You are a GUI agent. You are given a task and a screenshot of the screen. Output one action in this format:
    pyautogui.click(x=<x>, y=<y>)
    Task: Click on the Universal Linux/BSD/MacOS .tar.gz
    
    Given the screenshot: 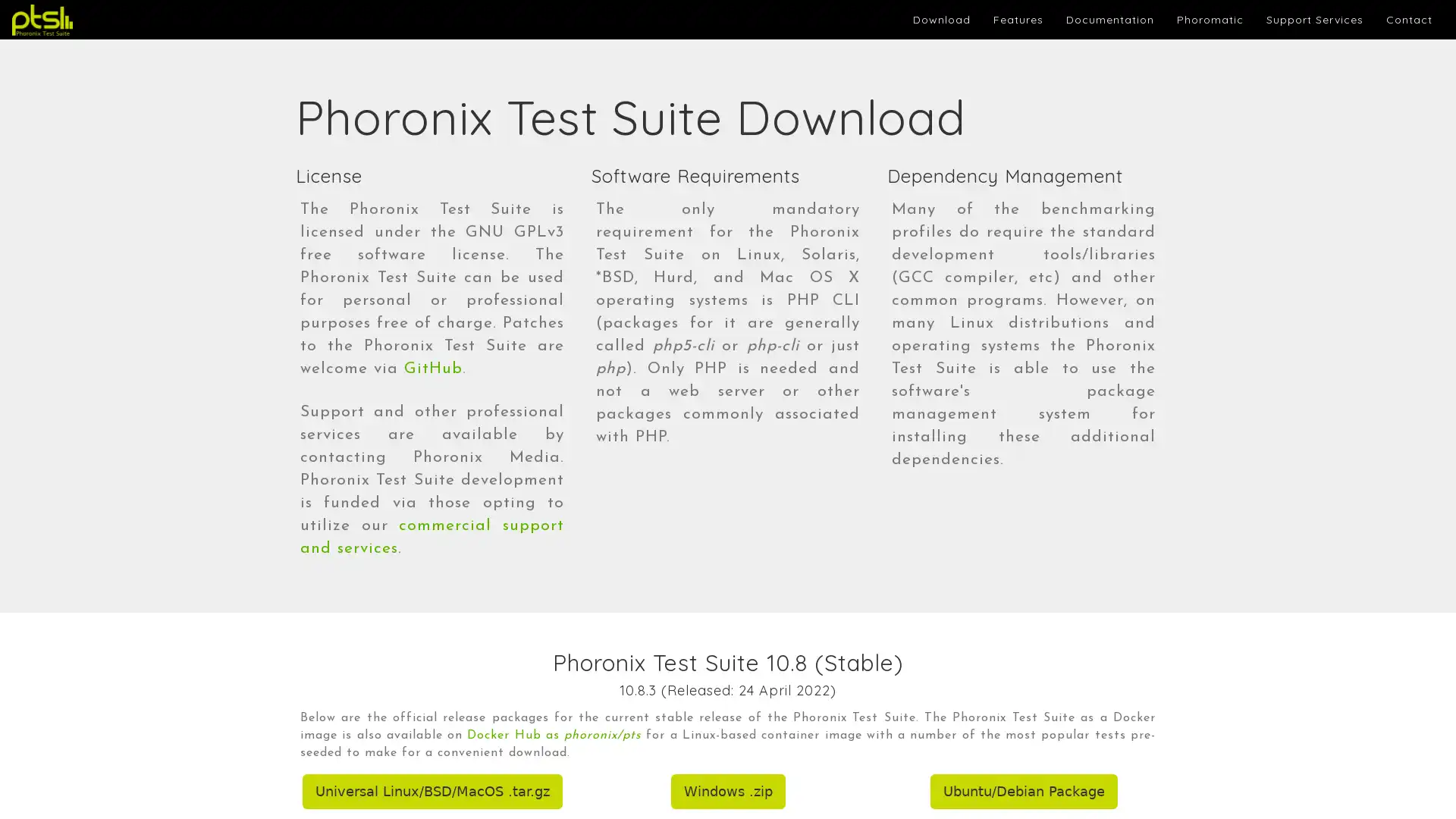 What is the action you would take?
    pyautogui.click(x=431, y=791)
    